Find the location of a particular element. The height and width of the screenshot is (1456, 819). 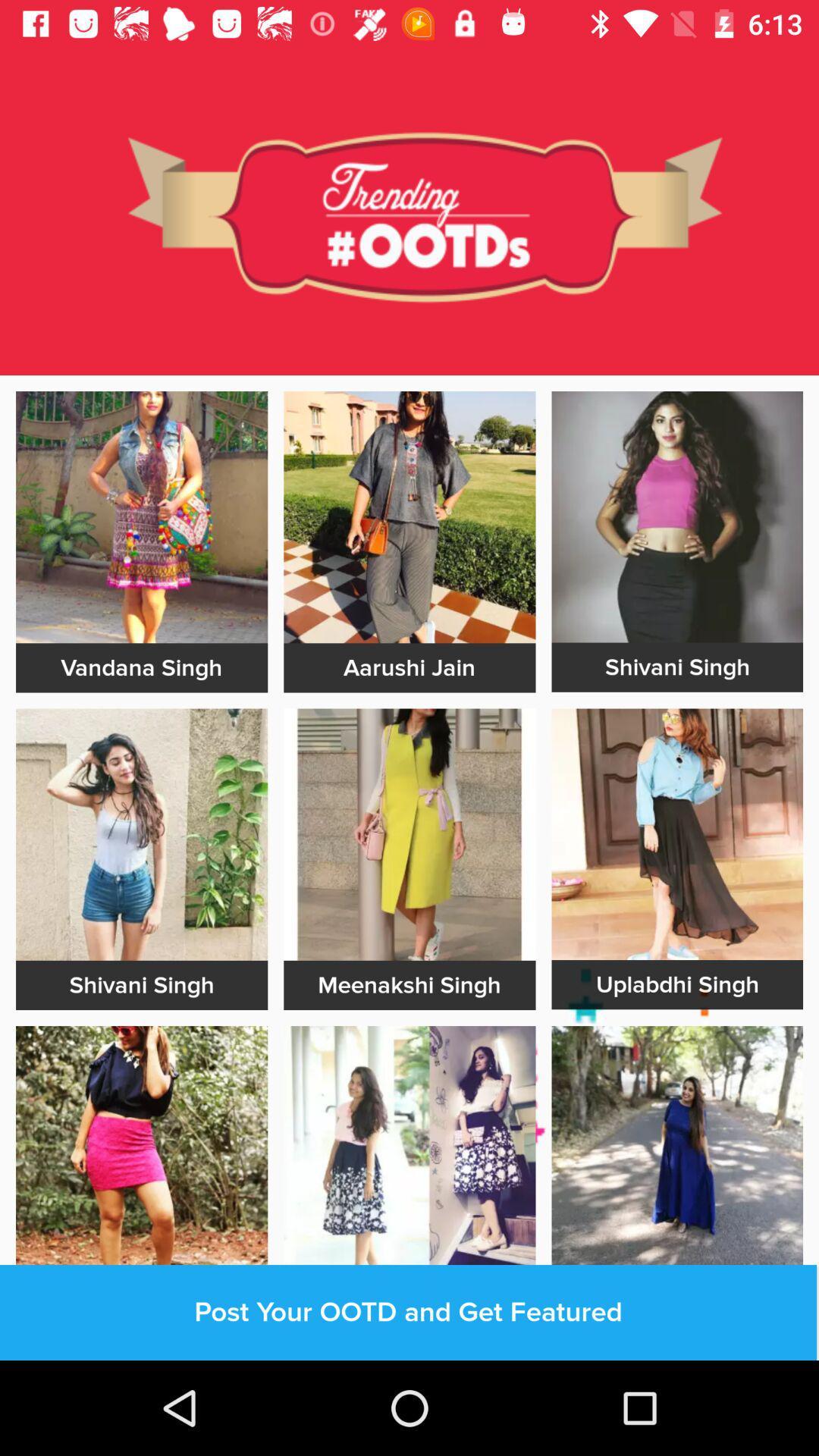

feature area is located at coordinates (676, 516).